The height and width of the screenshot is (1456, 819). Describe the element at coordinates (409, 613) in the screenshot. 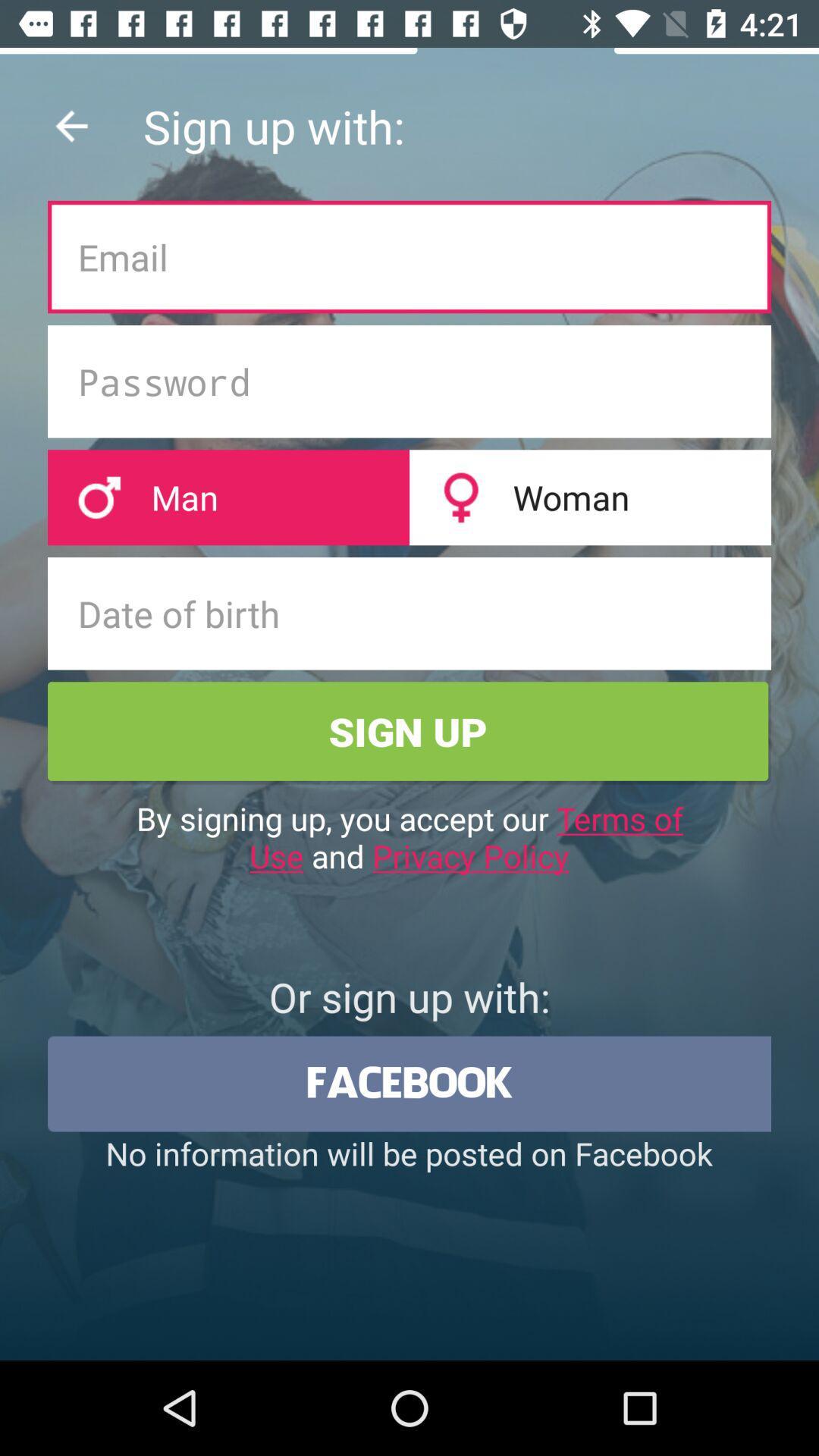

I see `text field above sign up button` at that location.